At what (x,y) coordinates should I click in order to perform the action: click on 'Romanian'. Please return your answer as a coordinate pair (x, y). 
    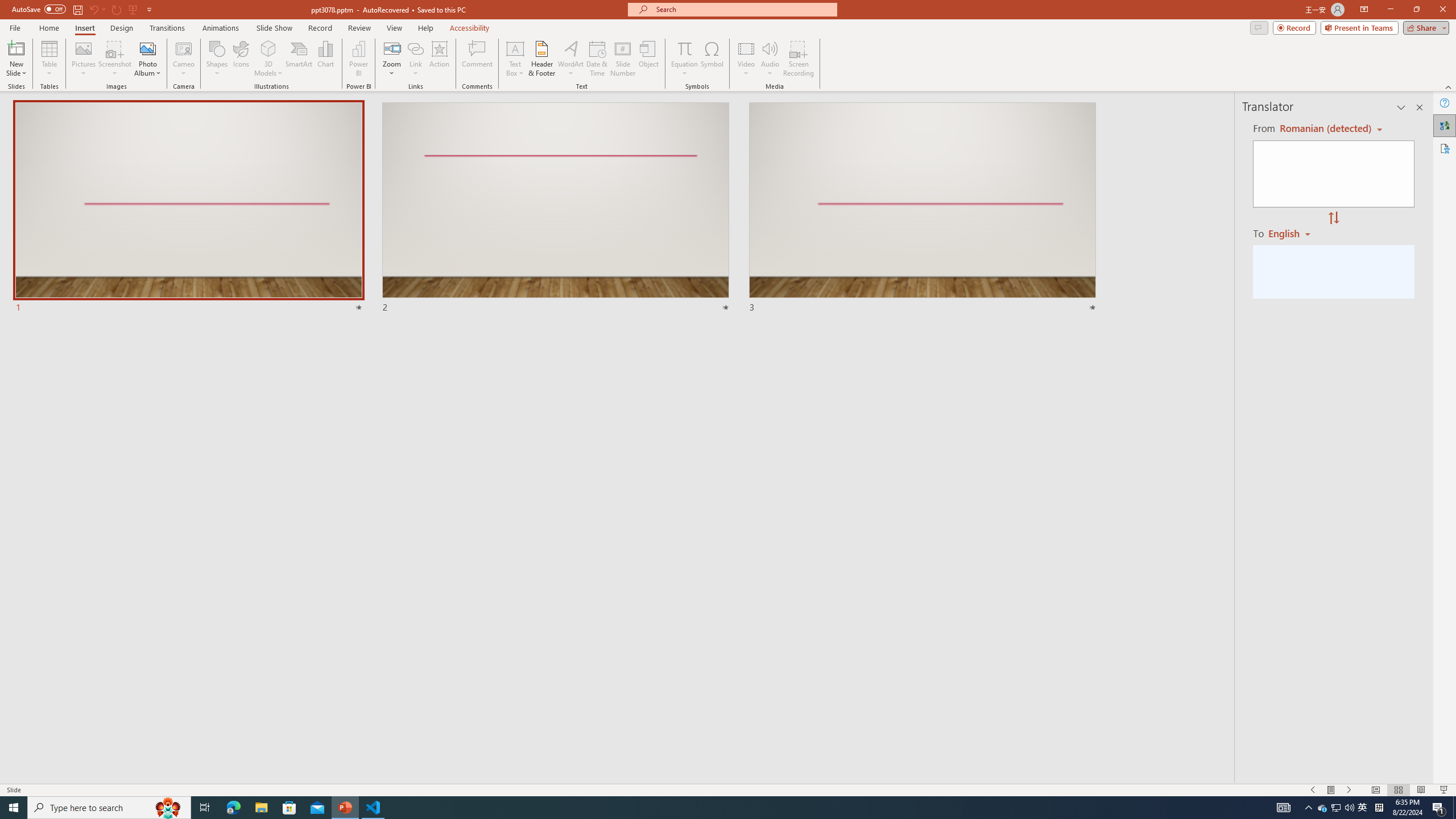
    Looking at the image, I should click on (1293, 233).